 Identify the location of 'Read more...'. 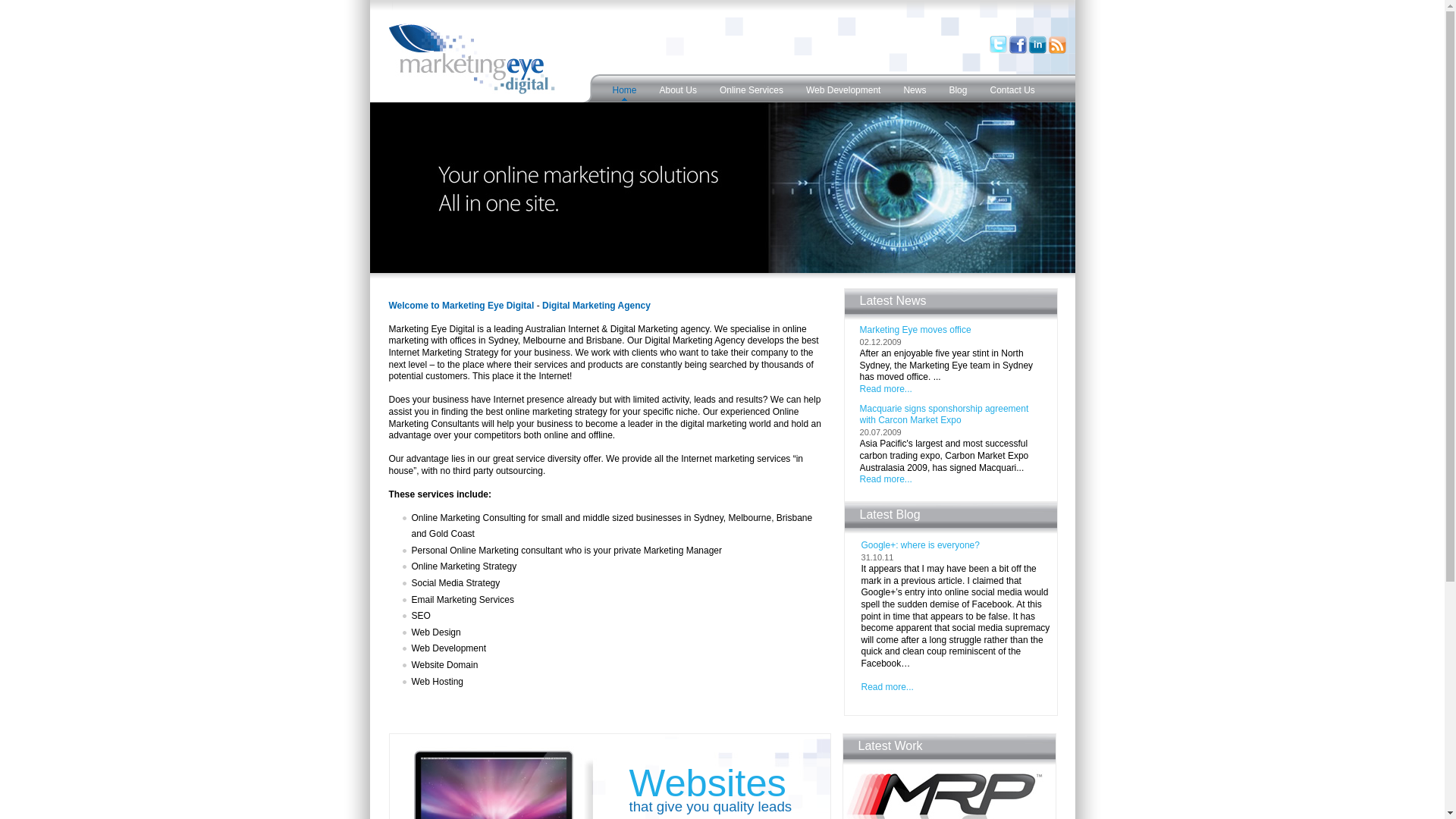
(886, 388).